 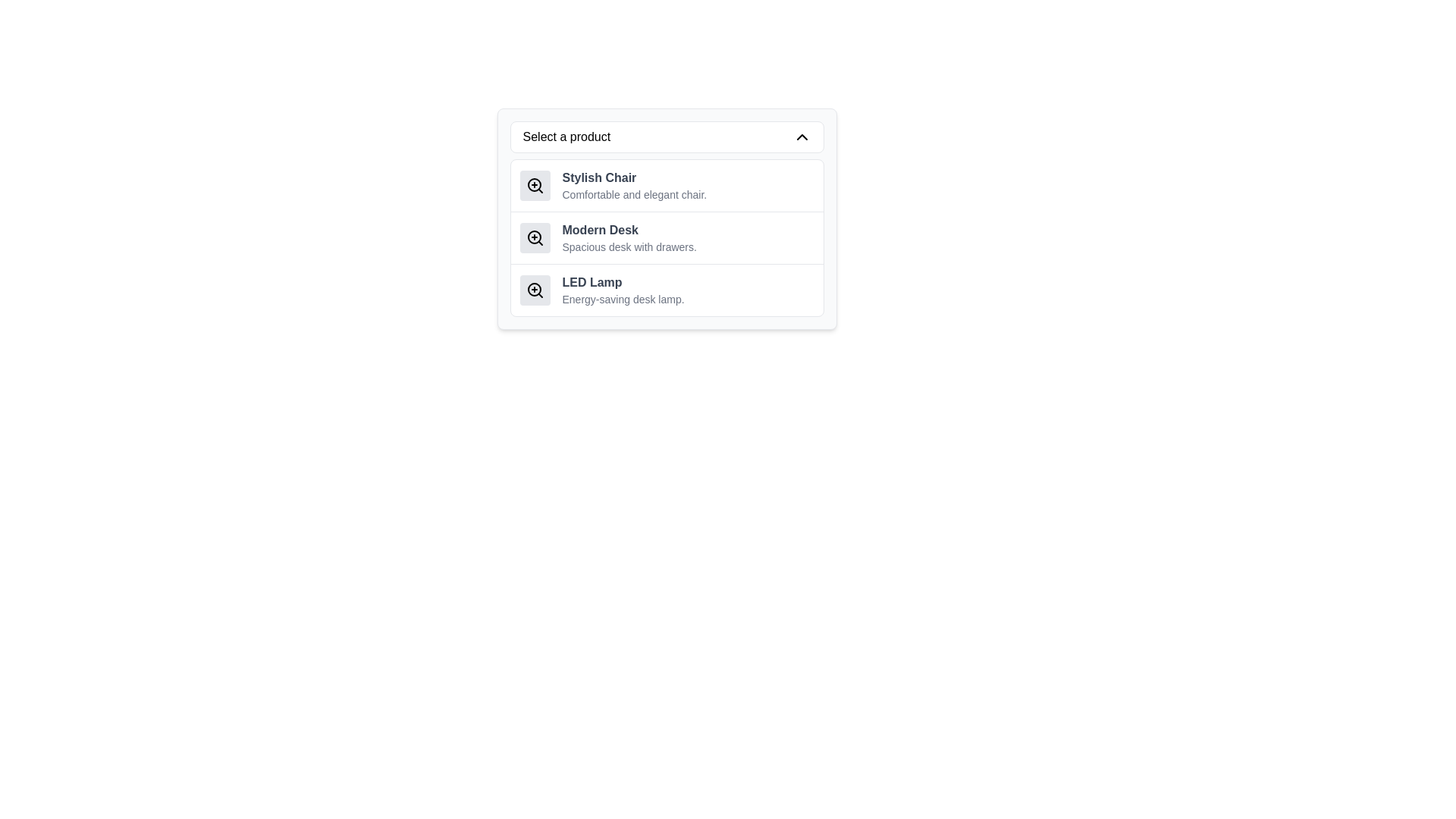 What do you see at coordinates (623, 290) in the screenshot?
I see `the third item in the dropdown menu labeled 'Select a product', which contains information about the LED Lamp product` at bounding box center [623, 290].